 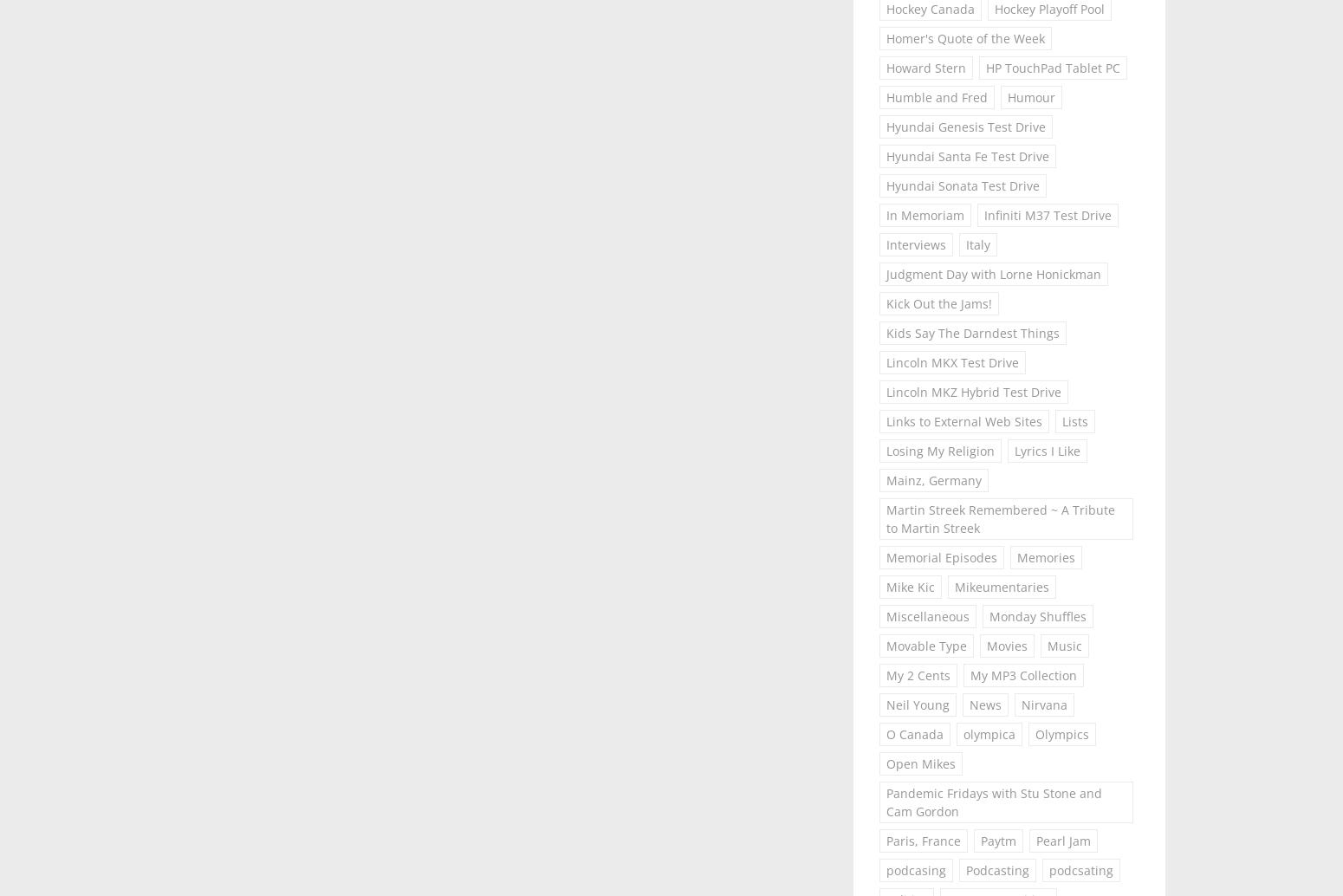 What do you see at coordinates (963, 420) in the screenshot?
I see `'Links to External Web Sites'` at bounding box center [963, 420].